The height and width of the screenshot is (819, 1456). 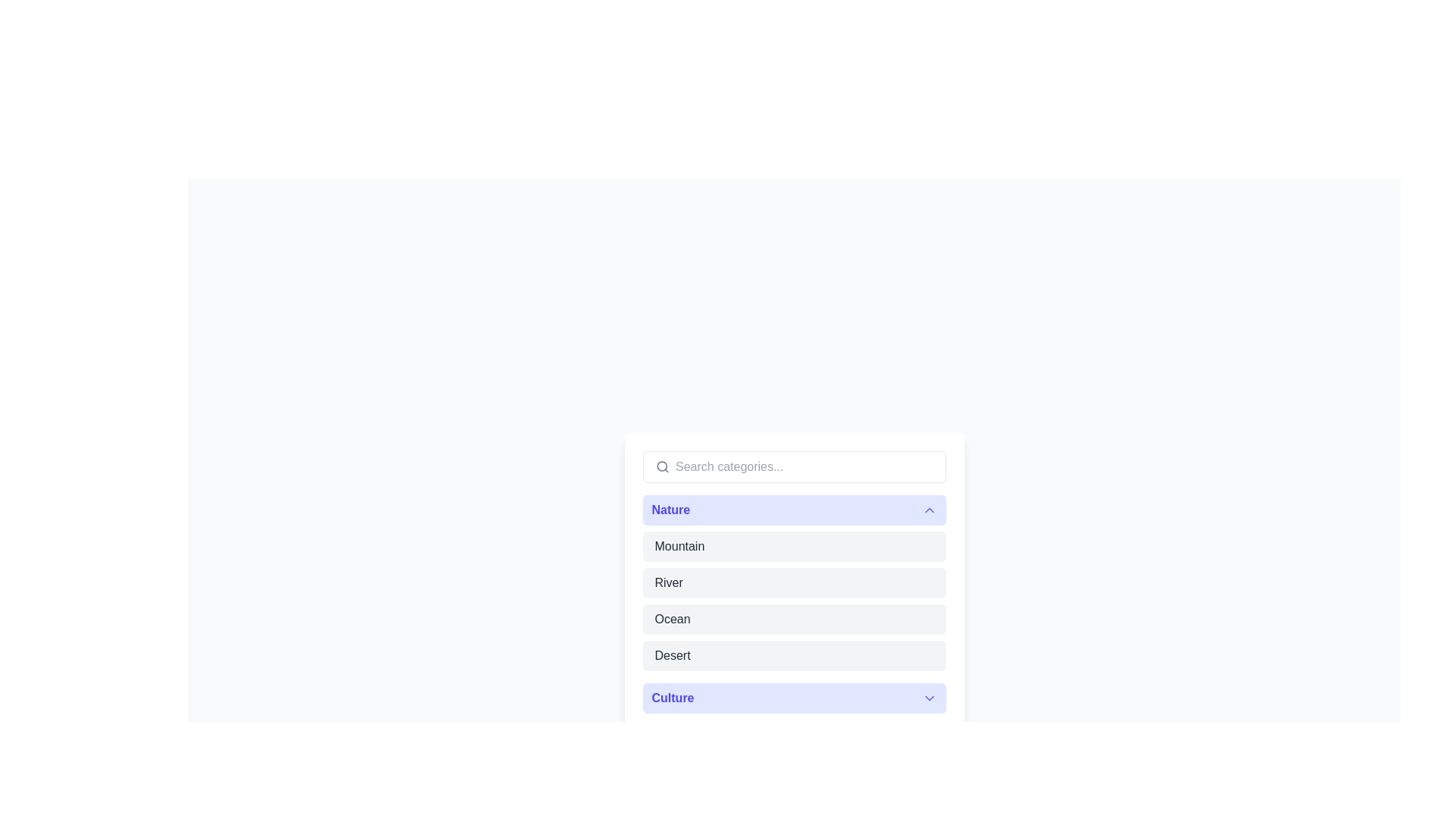 I want to click on the text label displaying 'Ocean' in the dropdown list under the 'Nature' section, so click(x=672, y=620).